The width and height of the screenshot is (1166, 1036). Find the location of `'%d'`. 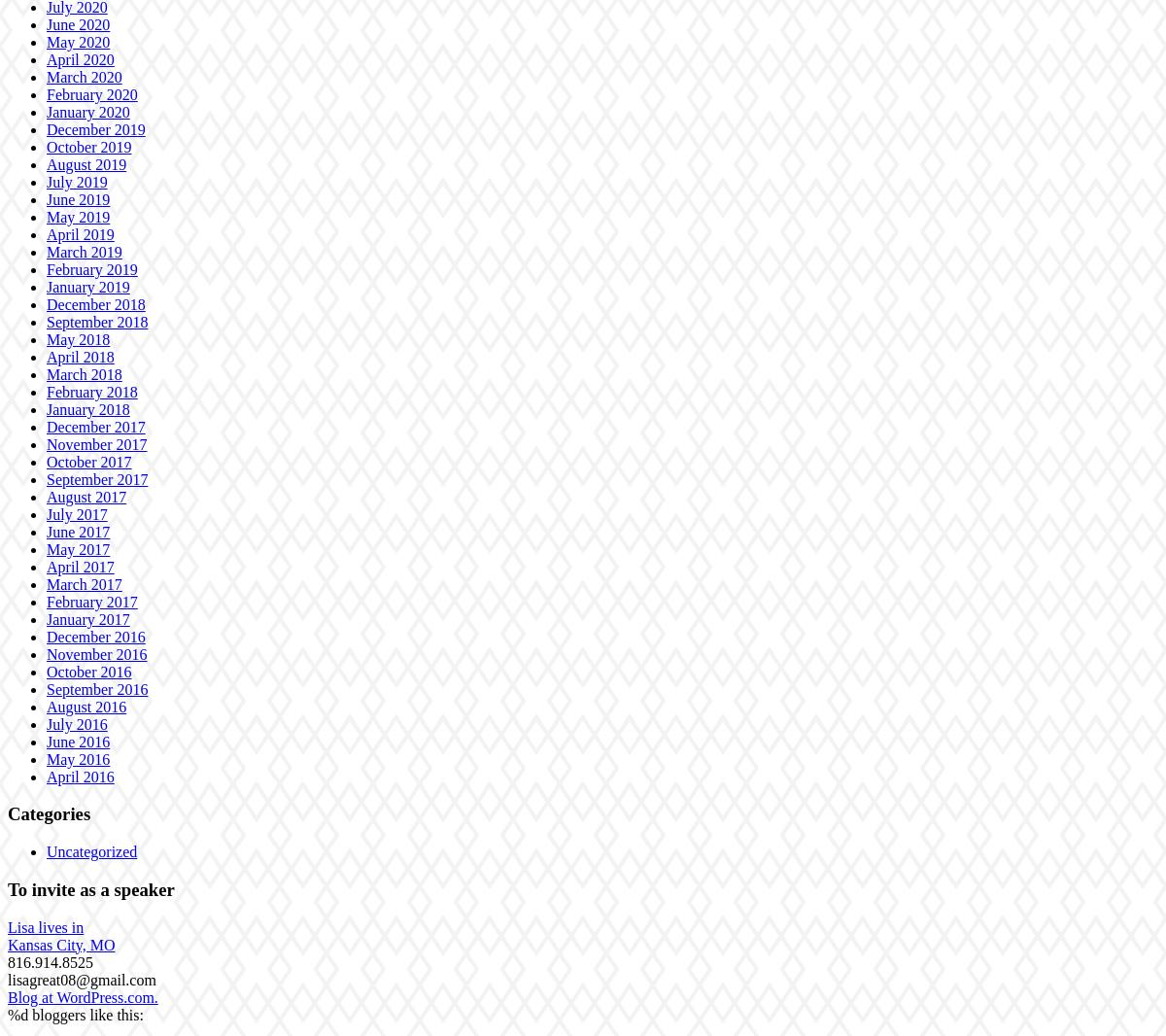

'%d' is located at coordinates (17, 1014).